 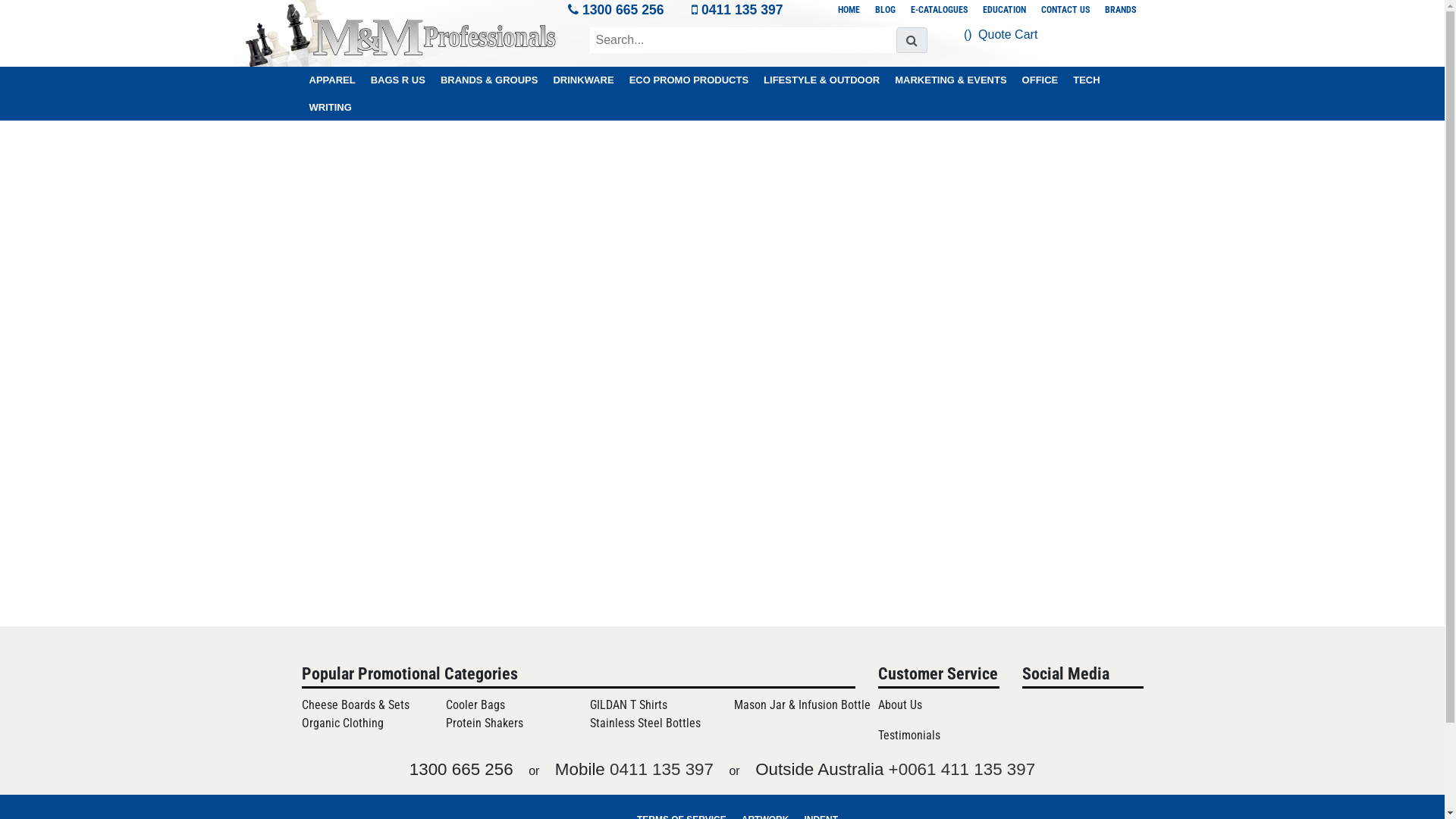 What do you see at coordinates (341, 722) in the screenshot?
I see `'Organic Clothing'` at bounding box center [341, 722].